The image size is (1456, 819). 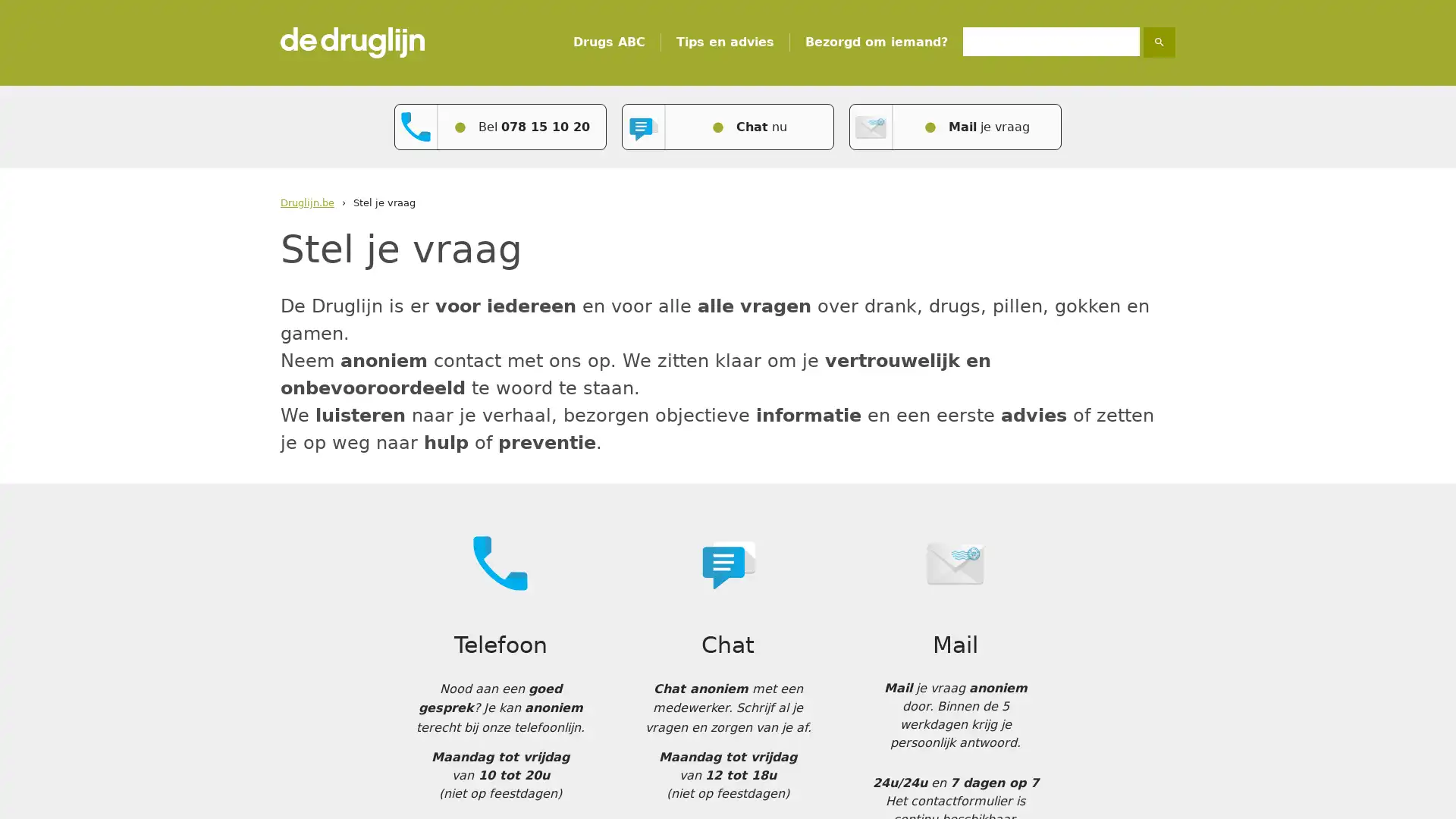 What do you see at coordinates (500, 126) in the screenshot?
I see `Bel 078 15 10 20` at bounding box center [500, 126].